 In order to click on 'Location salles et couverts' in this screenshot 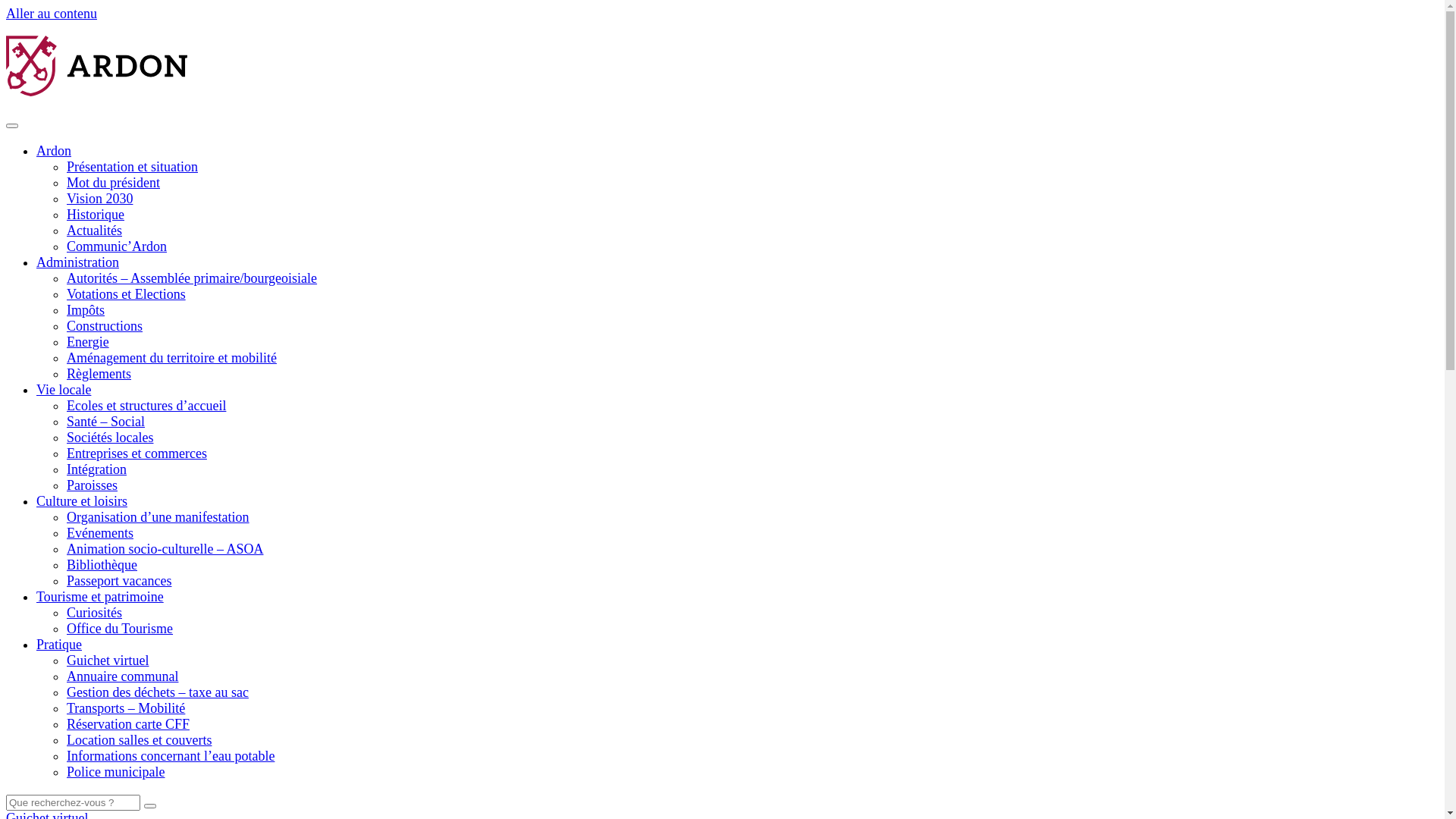, I will do `click(65, 739)`.